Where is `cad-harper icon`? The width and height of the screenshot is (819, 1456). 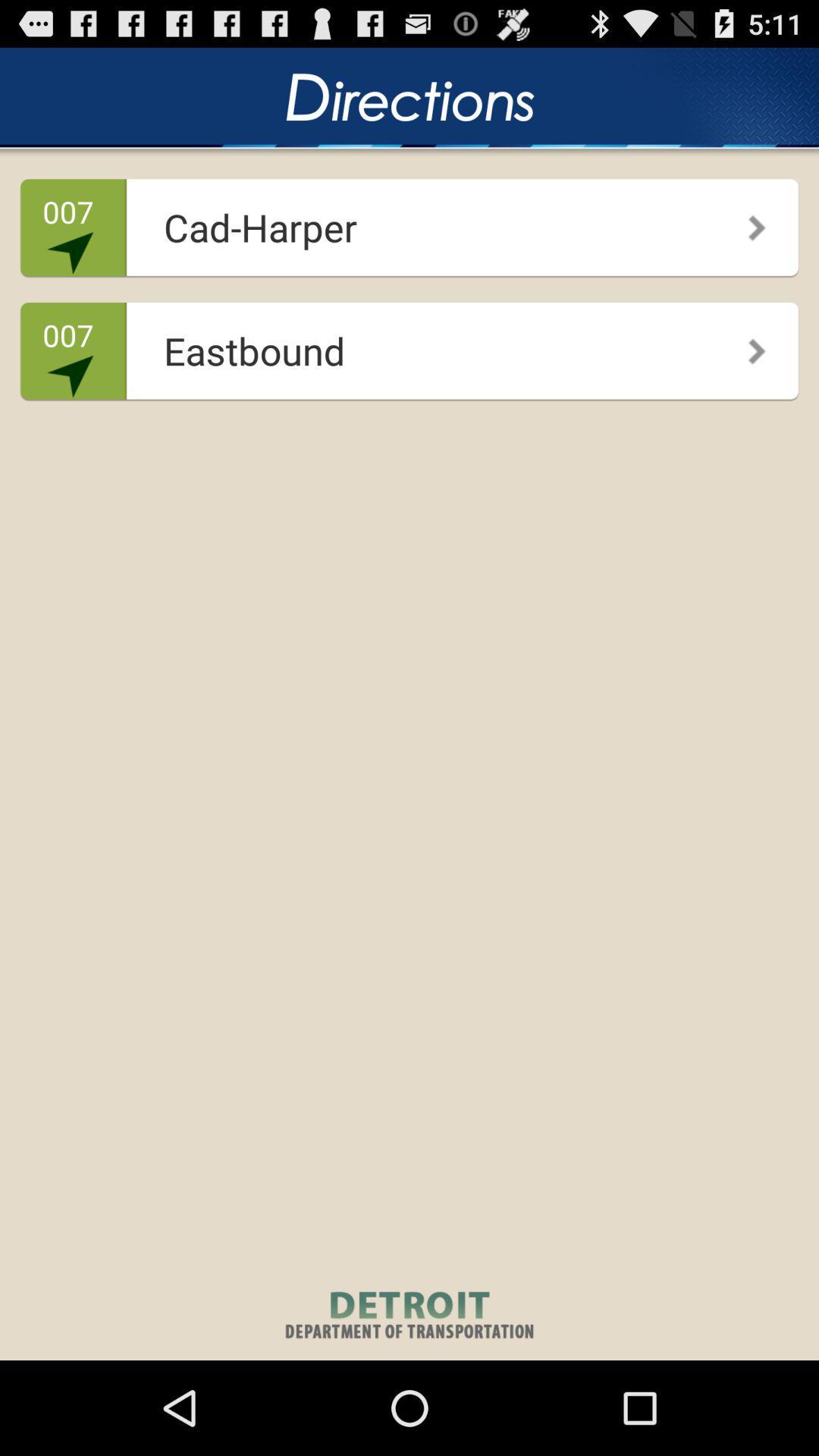 cad-harper icon is located at coordinates (404, 221).